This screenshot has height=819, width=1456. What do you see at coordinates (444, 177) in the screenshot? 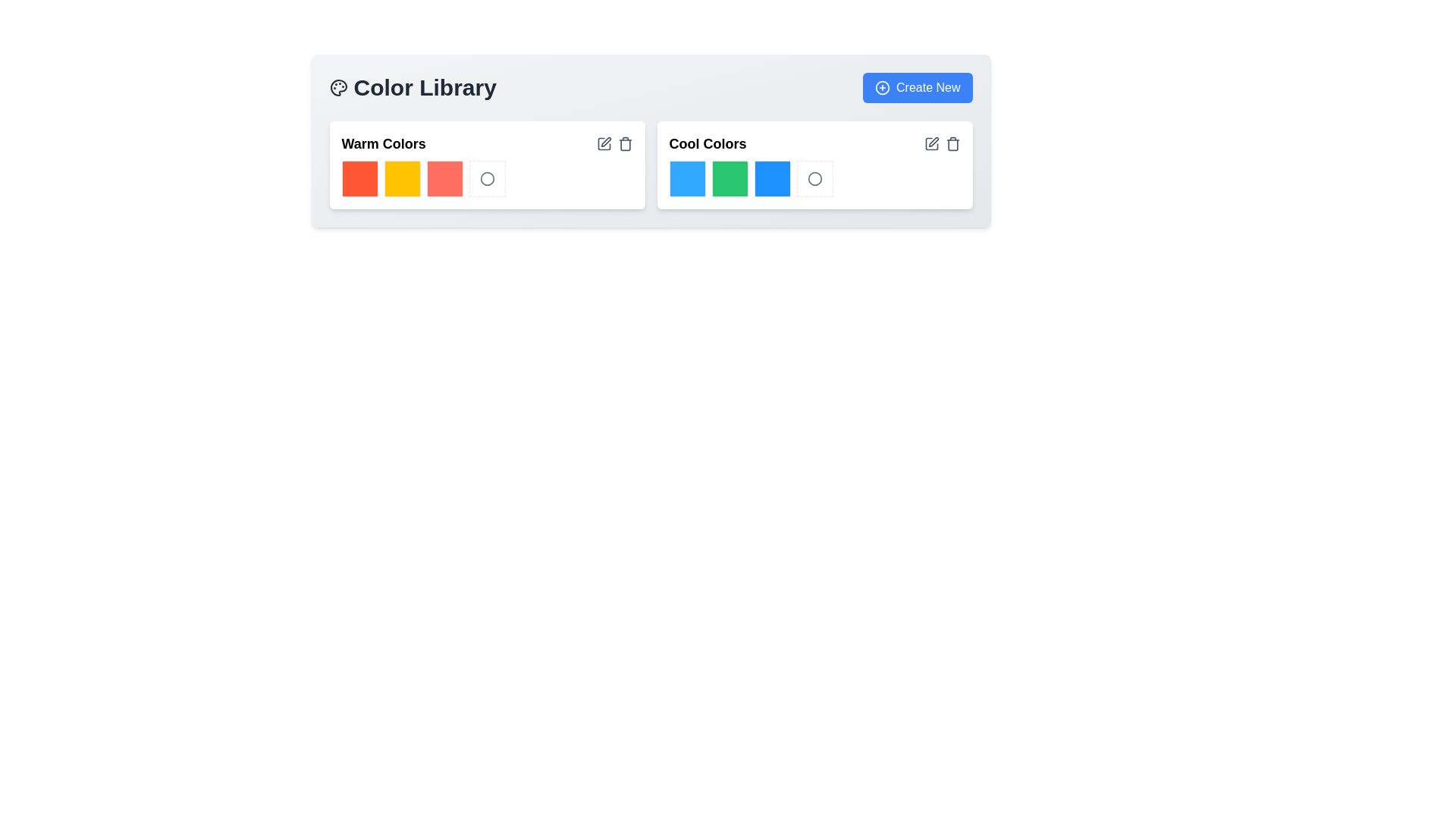
I see `the third Color Box in the 'Warm Colors' section of the 'Color Library' interface, which is a red square box with rounded corners` at bounding box center [444, 177].